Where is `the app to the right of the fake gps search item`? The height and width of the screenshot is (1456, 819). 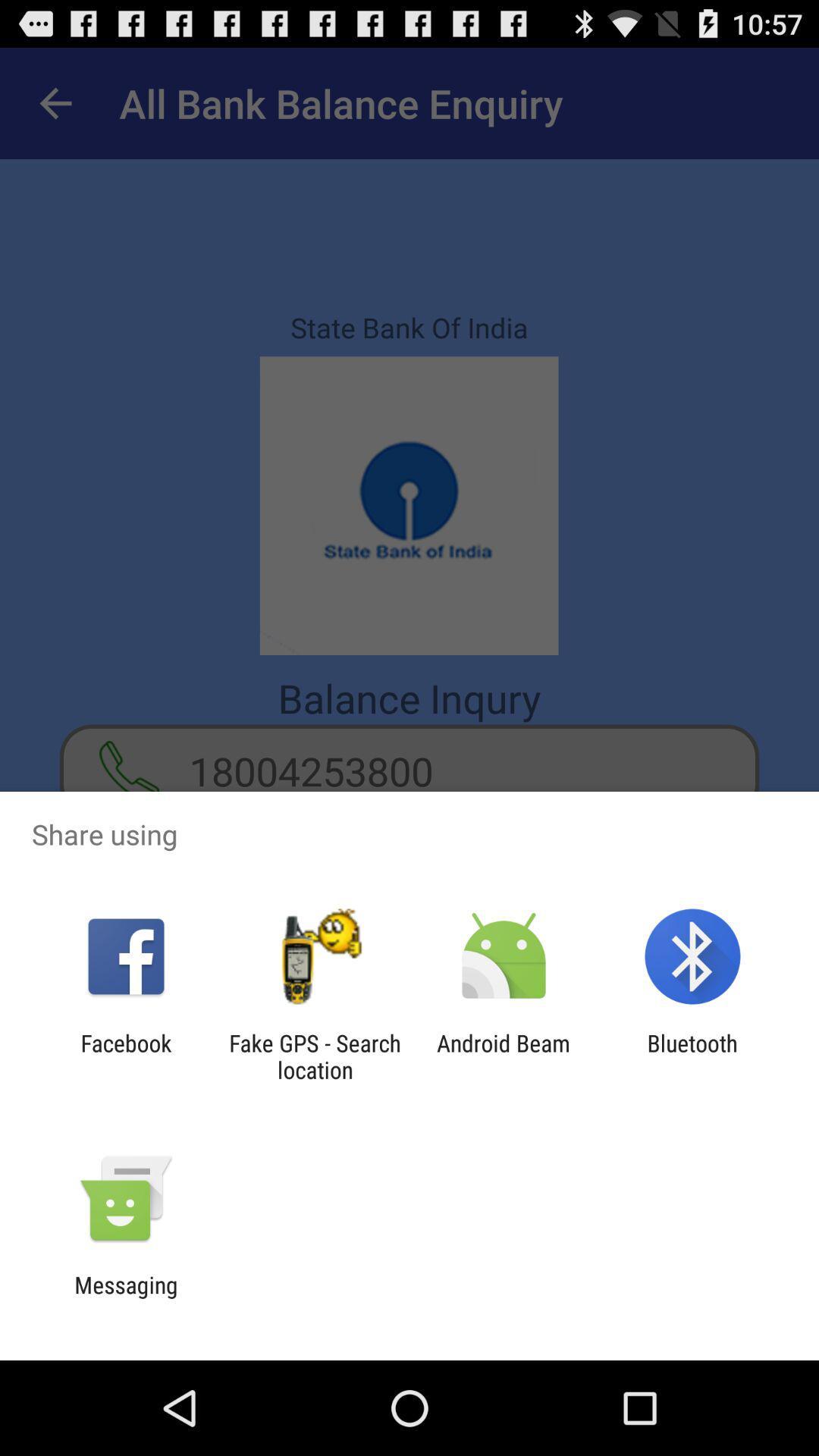
the app to the right of the fake gps search item is located at coordinates (504, 1056).